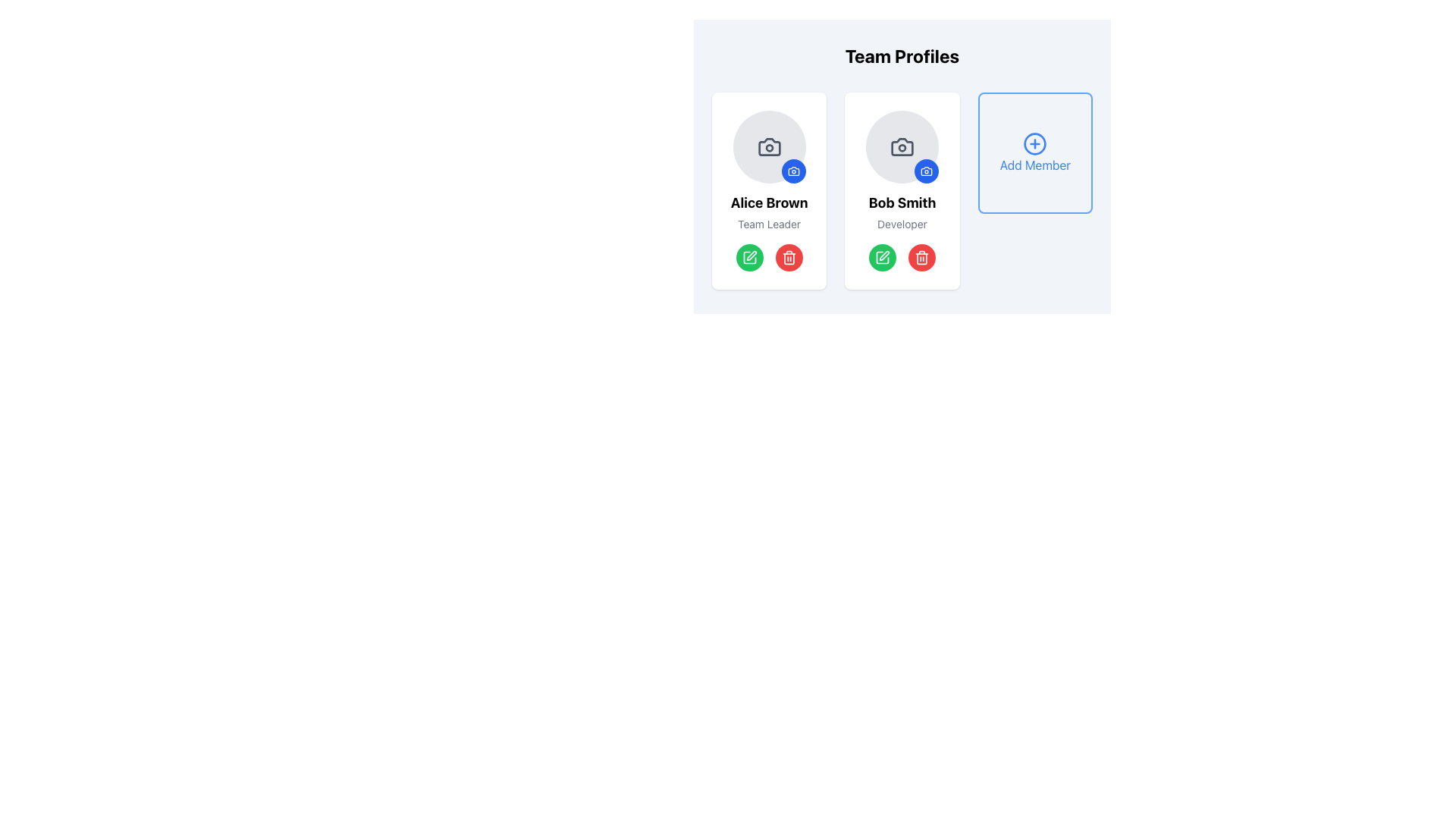  Describe the element at coordinates (902, 146) in the screenshot. I see `the minimalist camera icon button within the 'Bob Smith' profile card` at that location.